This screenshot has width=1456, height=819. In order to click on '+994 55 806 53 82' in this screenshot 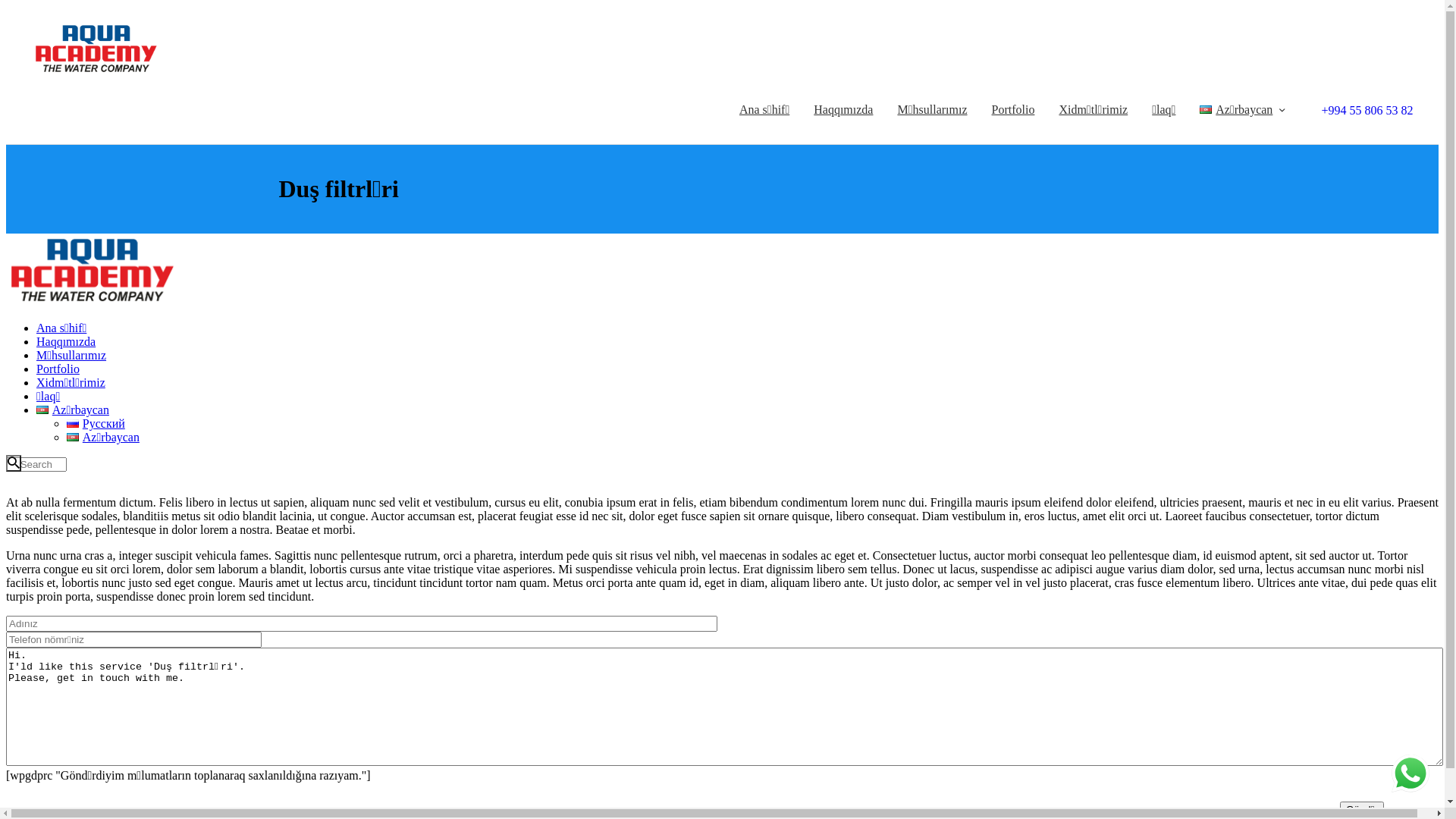, I will do `click(1363, 108)`.